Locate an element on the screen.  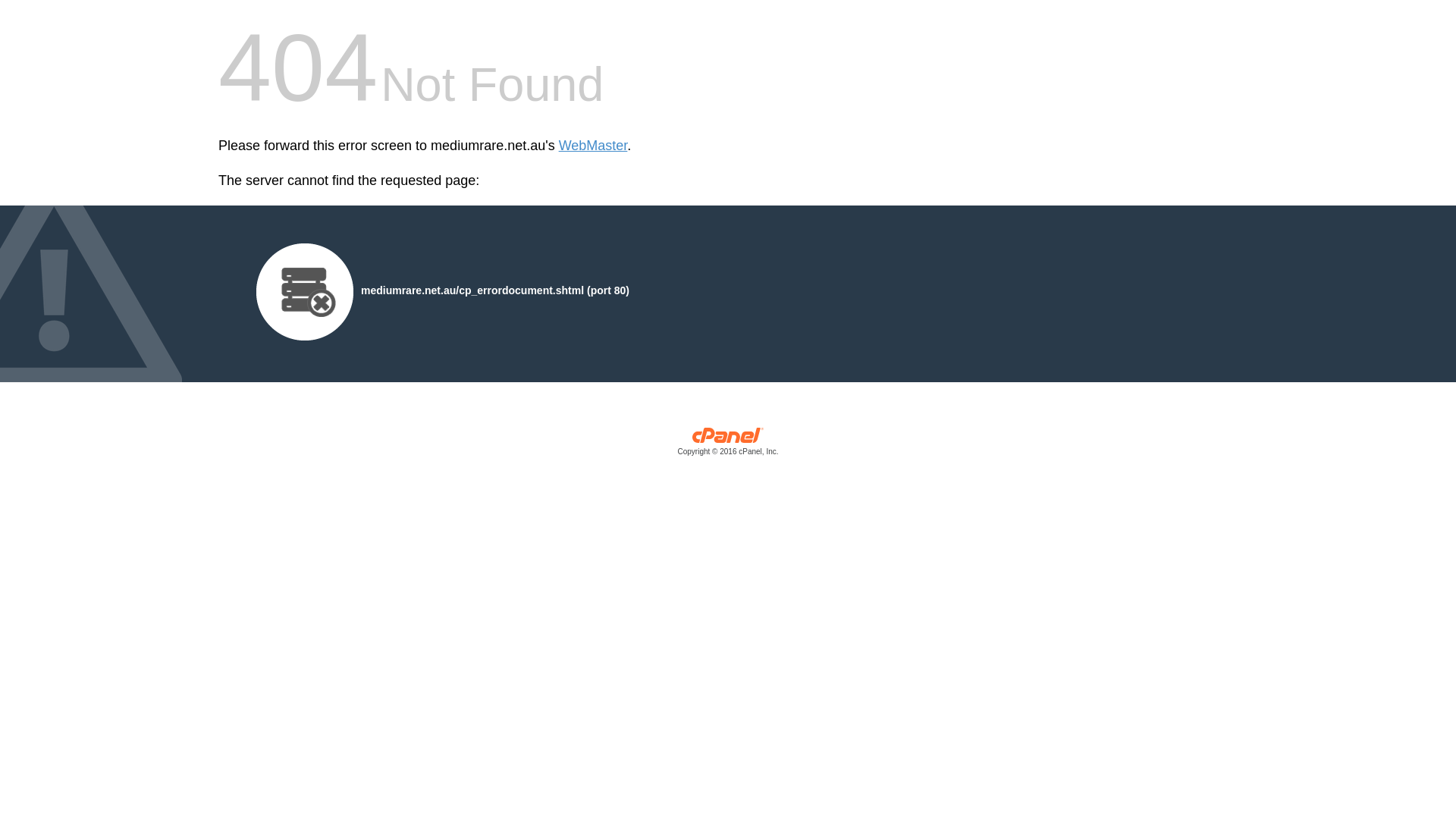
'WebMaster' is located at coordinates (592, 146).